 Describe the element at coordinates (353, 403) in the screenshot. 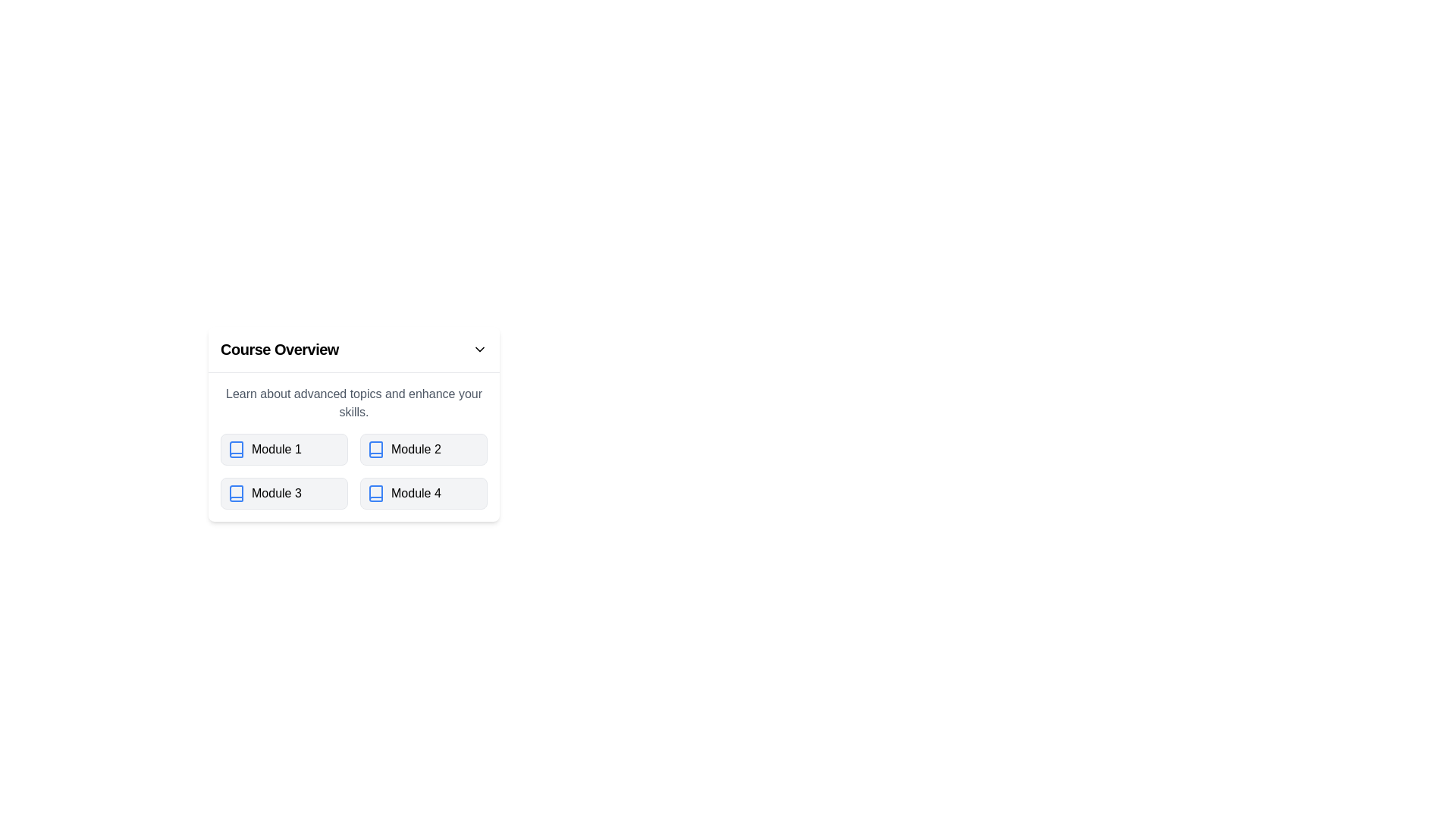

I see `the informational text displaying the message 'Learn about advanced topics and enhance your skills.' located above the modules grid in the 'Course Overview' section` at that location.